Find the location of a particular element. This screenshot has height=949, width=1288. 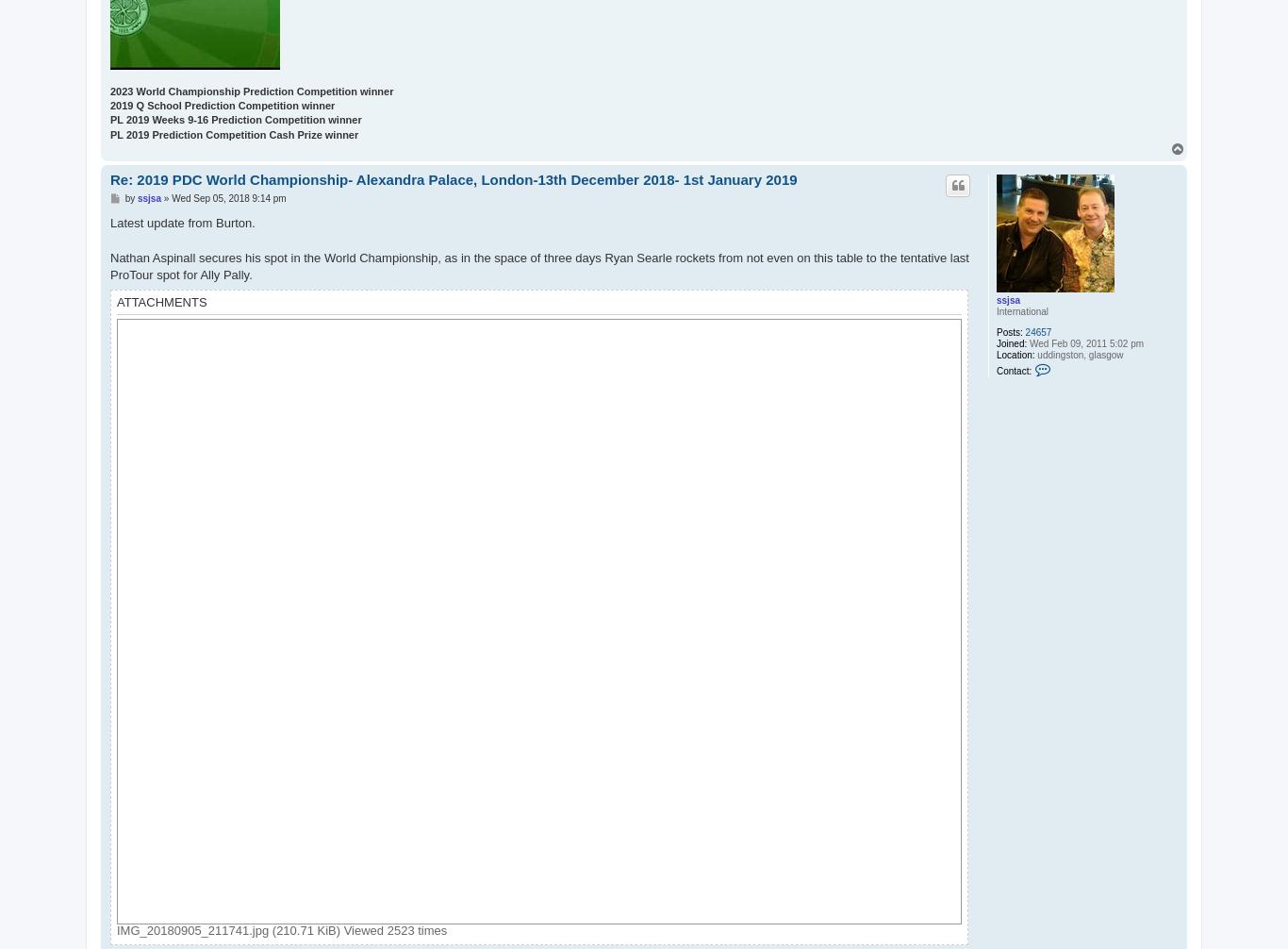

'Latest update from Burton.' is located at coordinates (181, 223).